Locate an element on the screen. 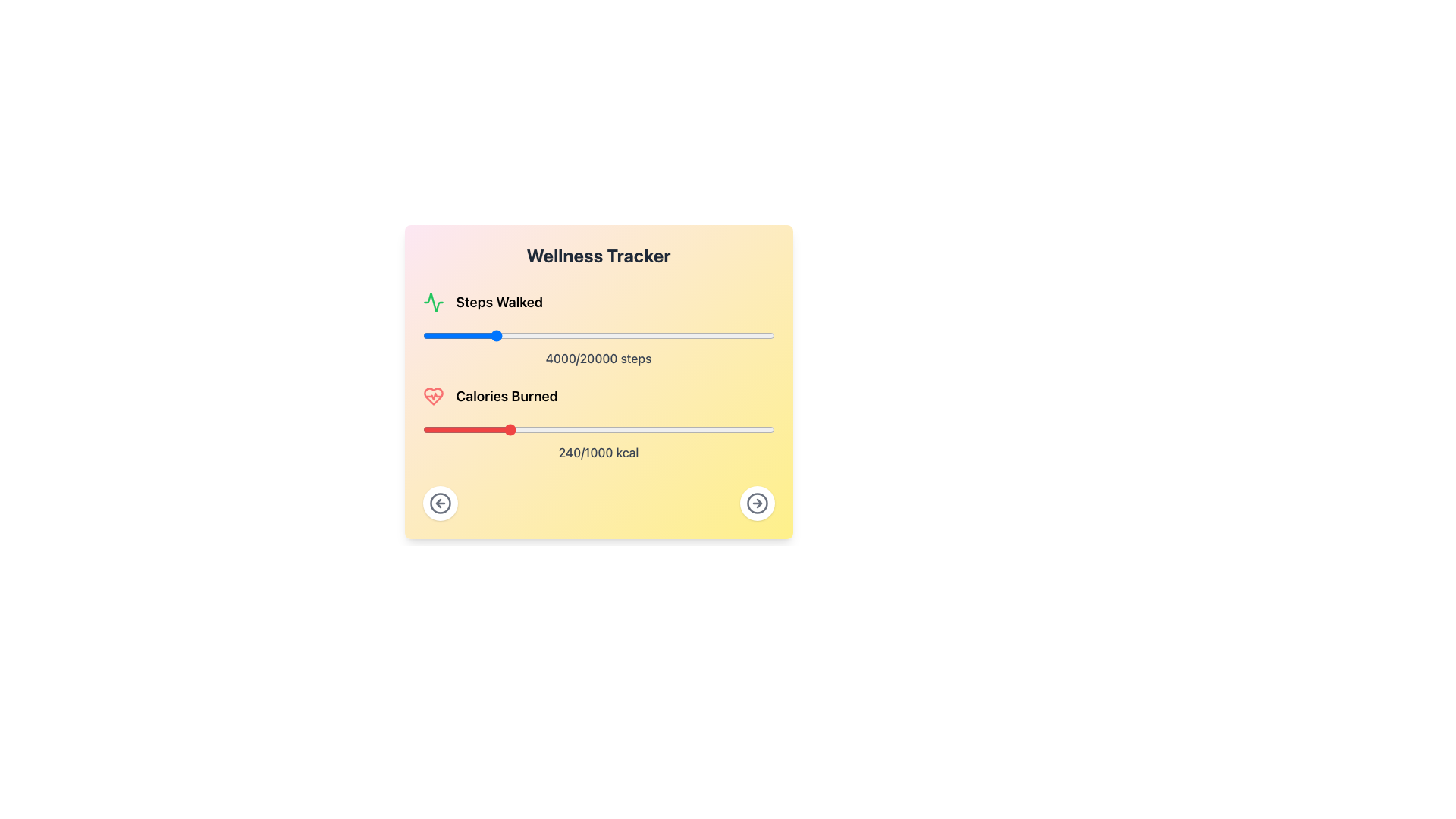 The width and height of the screenshot is (1456, 819). calories burned slider is located at coordinates (741, 430).